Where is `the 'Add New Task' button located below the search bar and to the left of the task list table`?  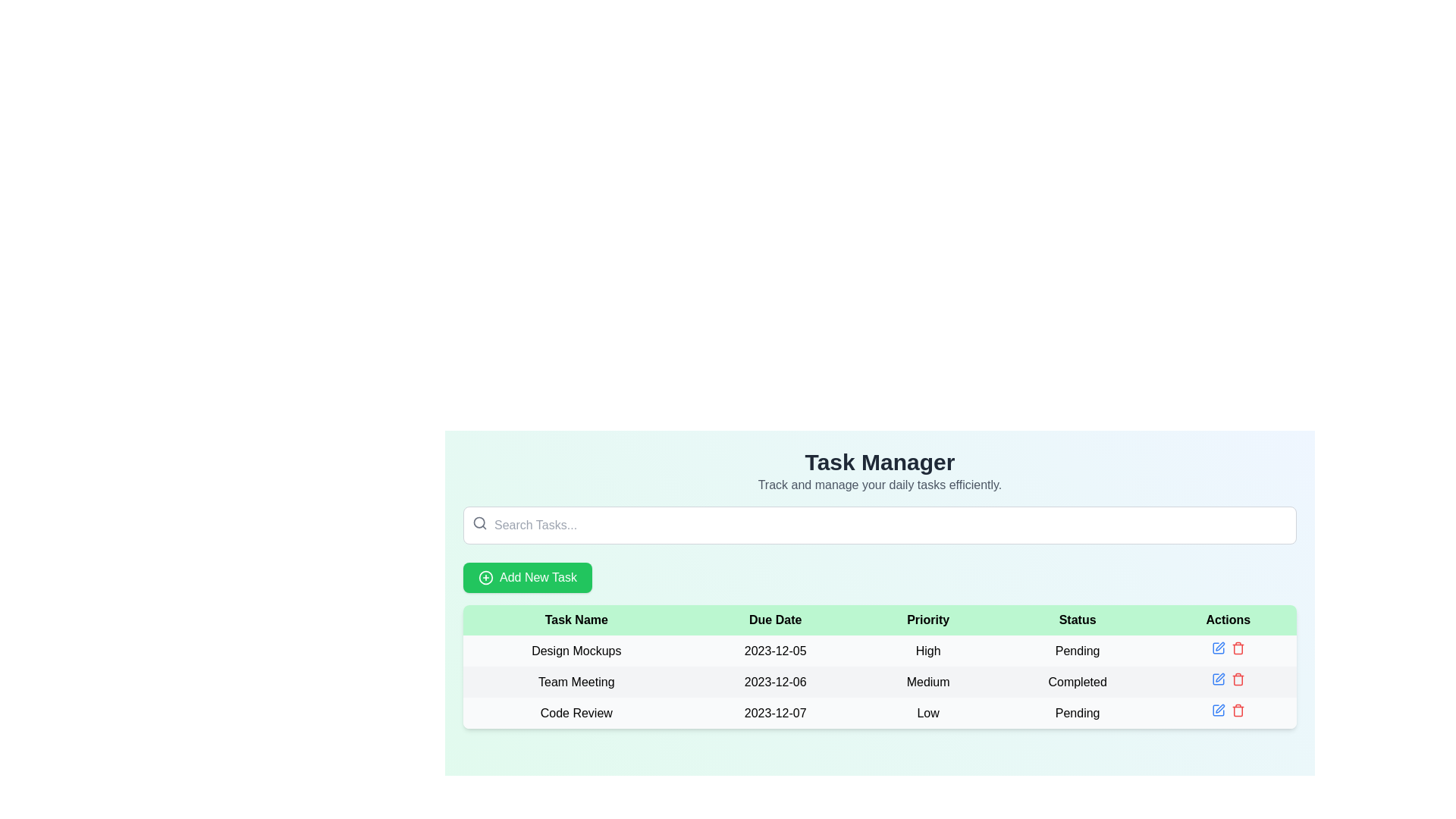
the 'Add New Task' button located below the search bar and to the left of the task list table is located at coordinates (528, 578).